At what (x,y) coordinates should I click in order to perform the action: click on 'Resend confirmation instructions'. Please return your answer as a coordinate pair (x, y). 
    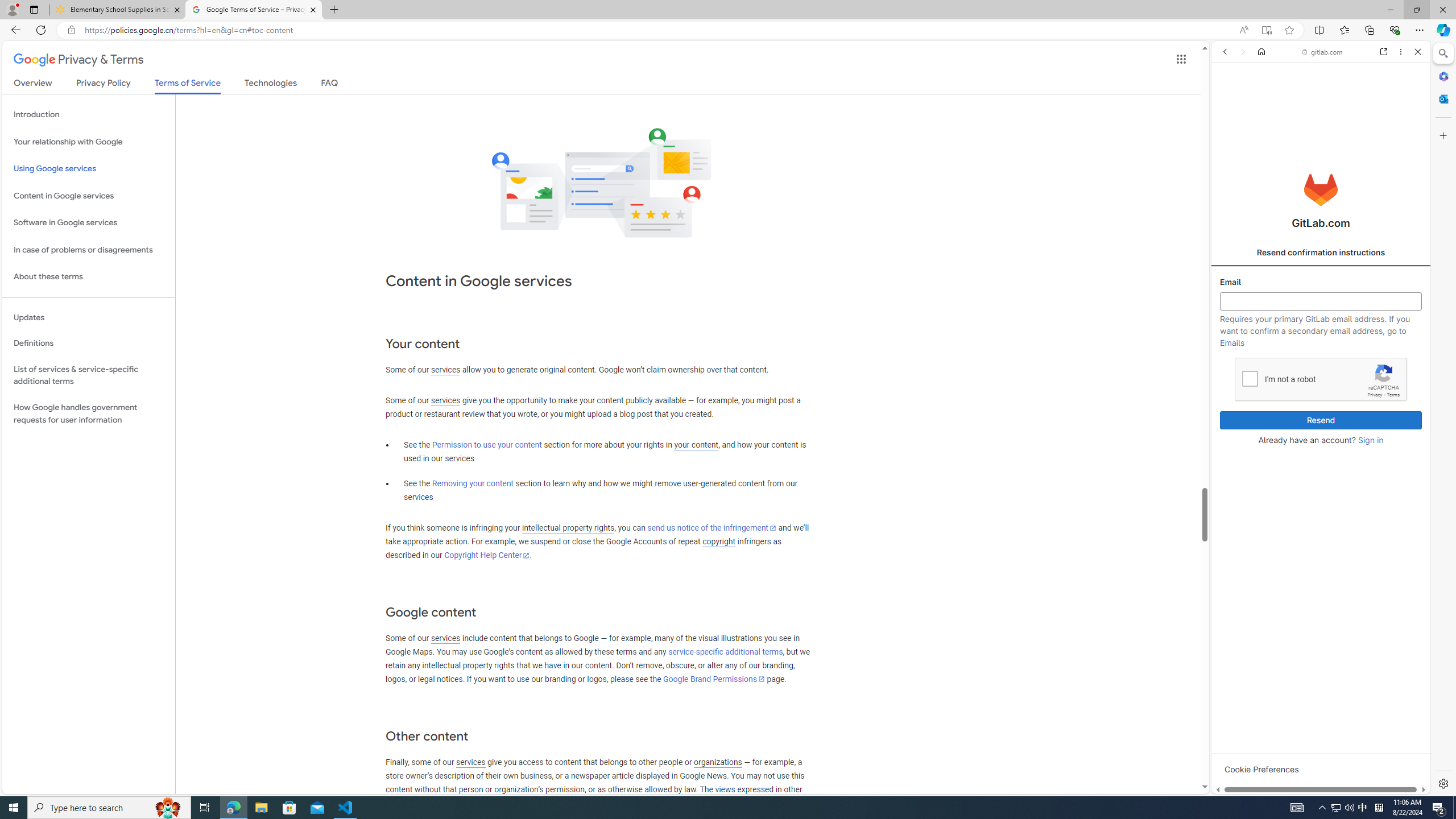
    Looking at the image, I should click on (1321, 253).